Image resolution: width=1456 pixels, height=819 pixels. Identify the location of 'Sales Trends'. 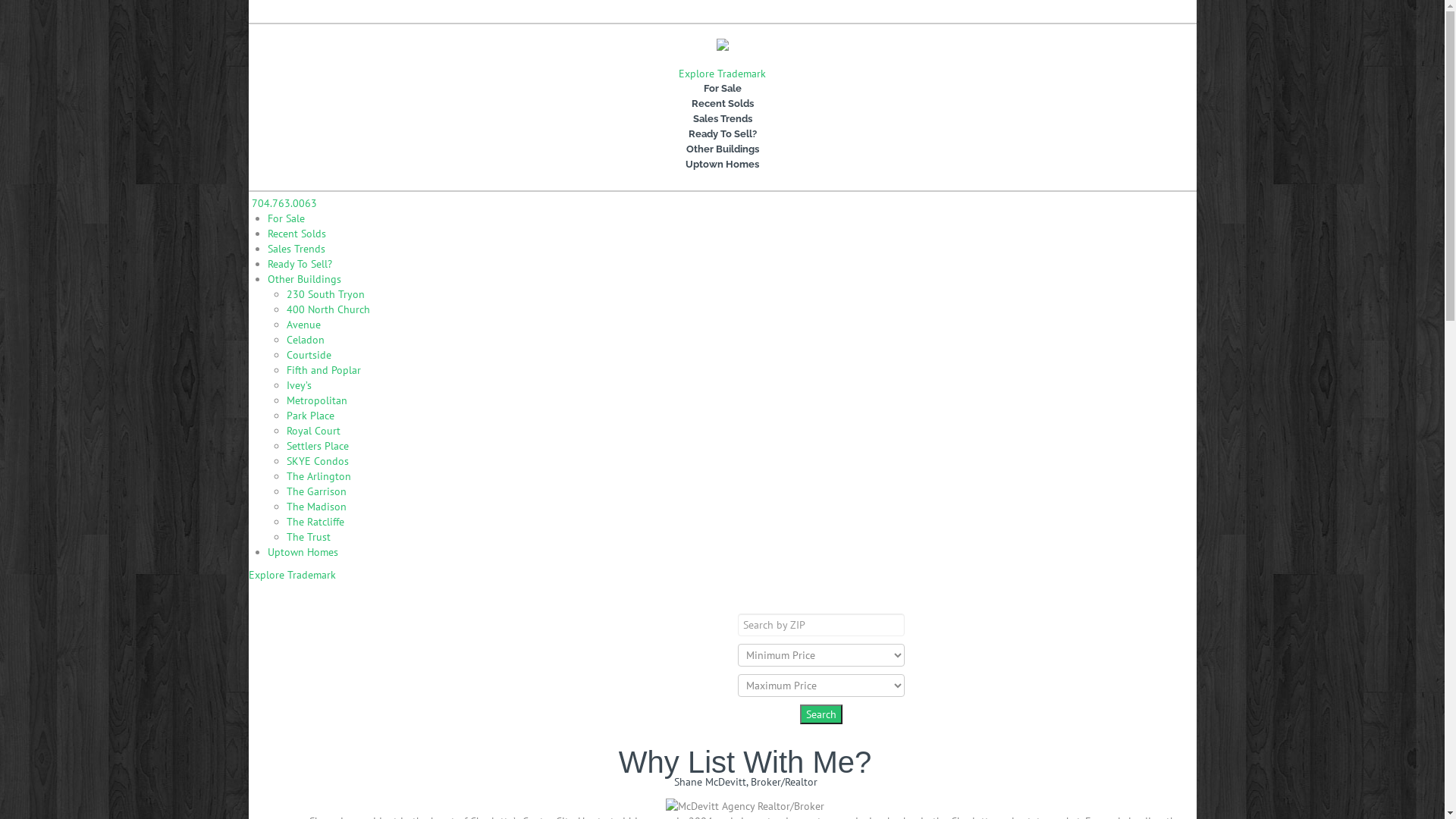
(722, 118).